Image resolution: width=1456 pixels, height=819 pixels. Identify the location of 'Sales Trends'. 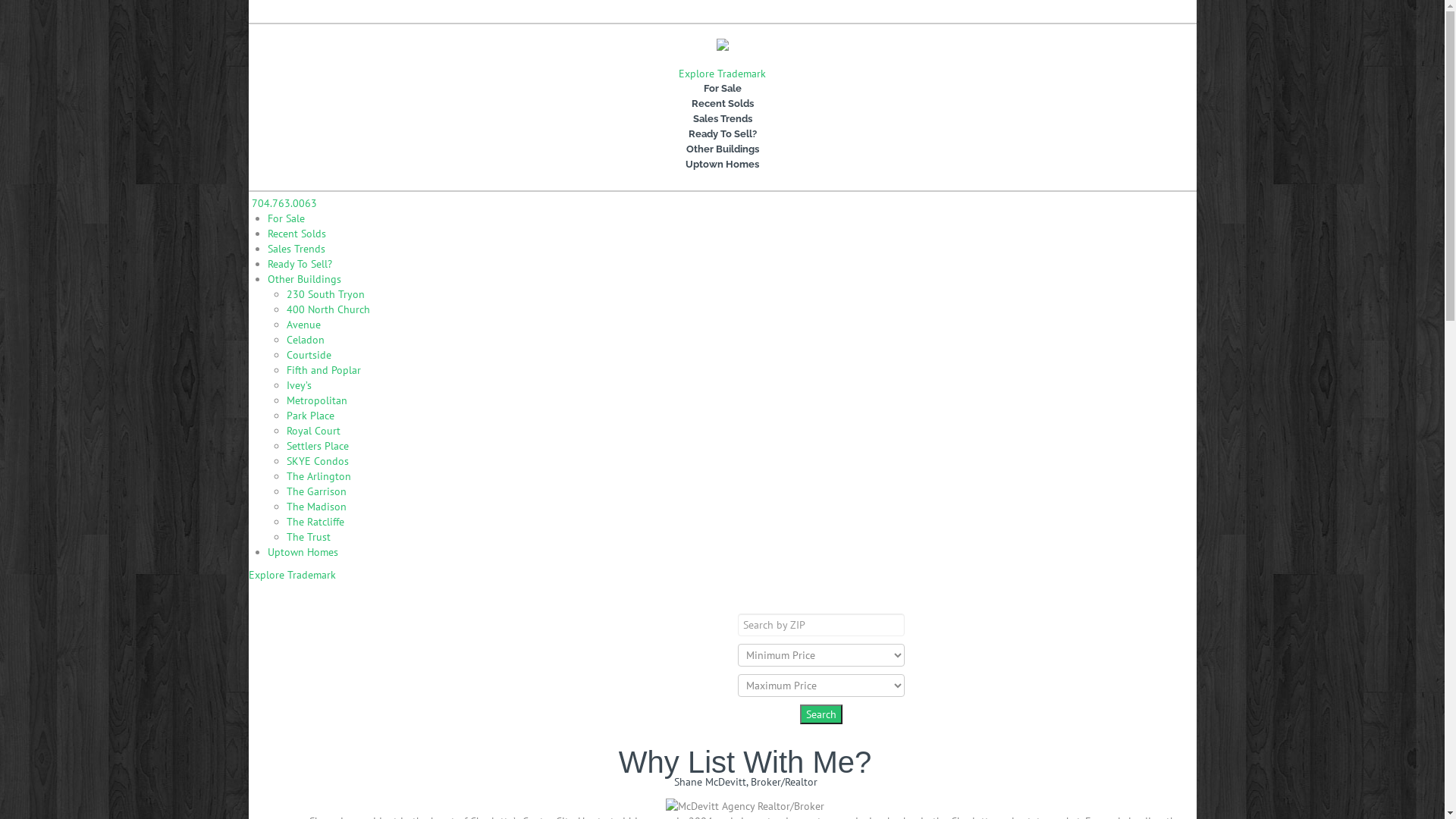
(722, 118).